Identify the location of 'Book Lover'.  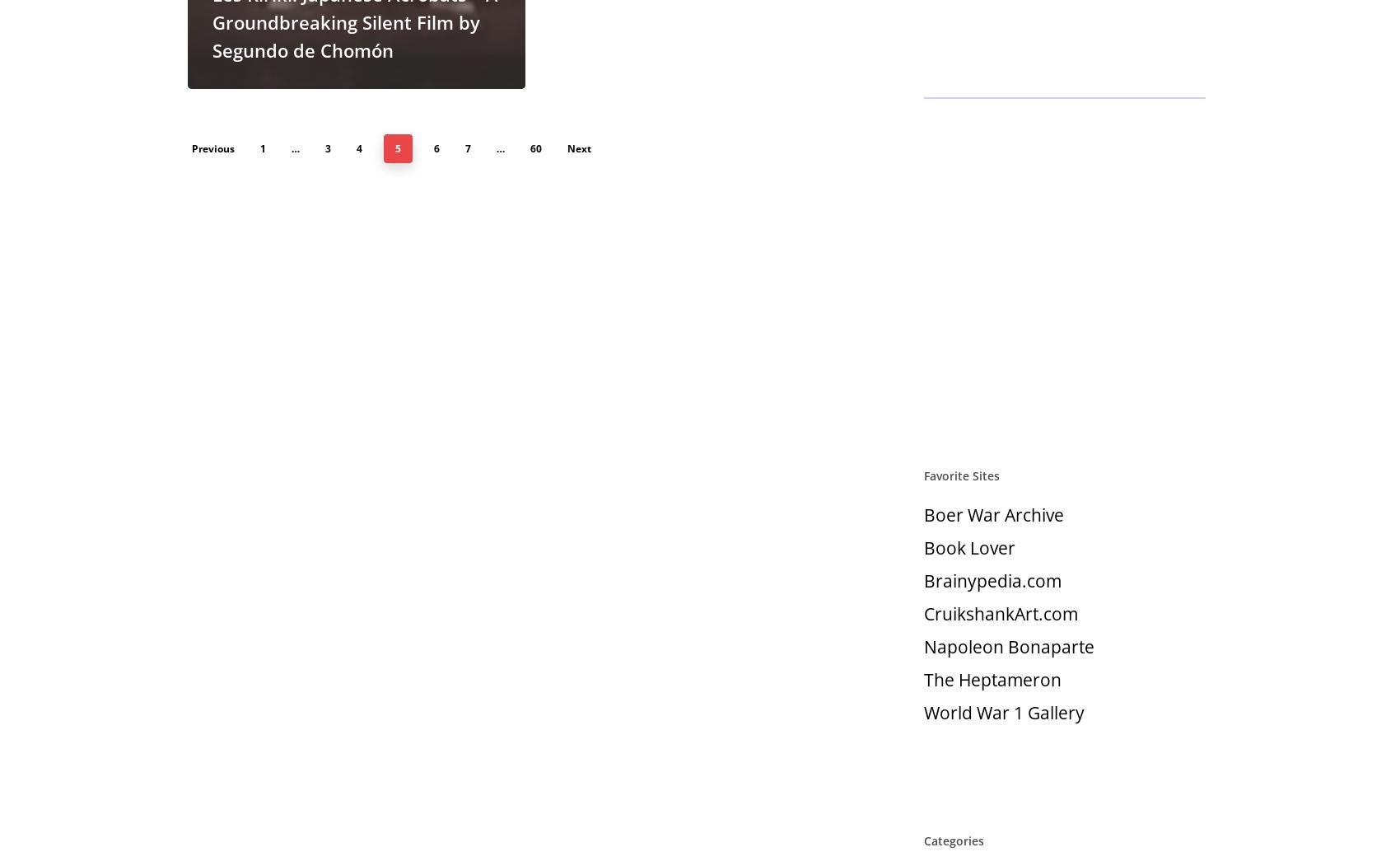
(968, 547).